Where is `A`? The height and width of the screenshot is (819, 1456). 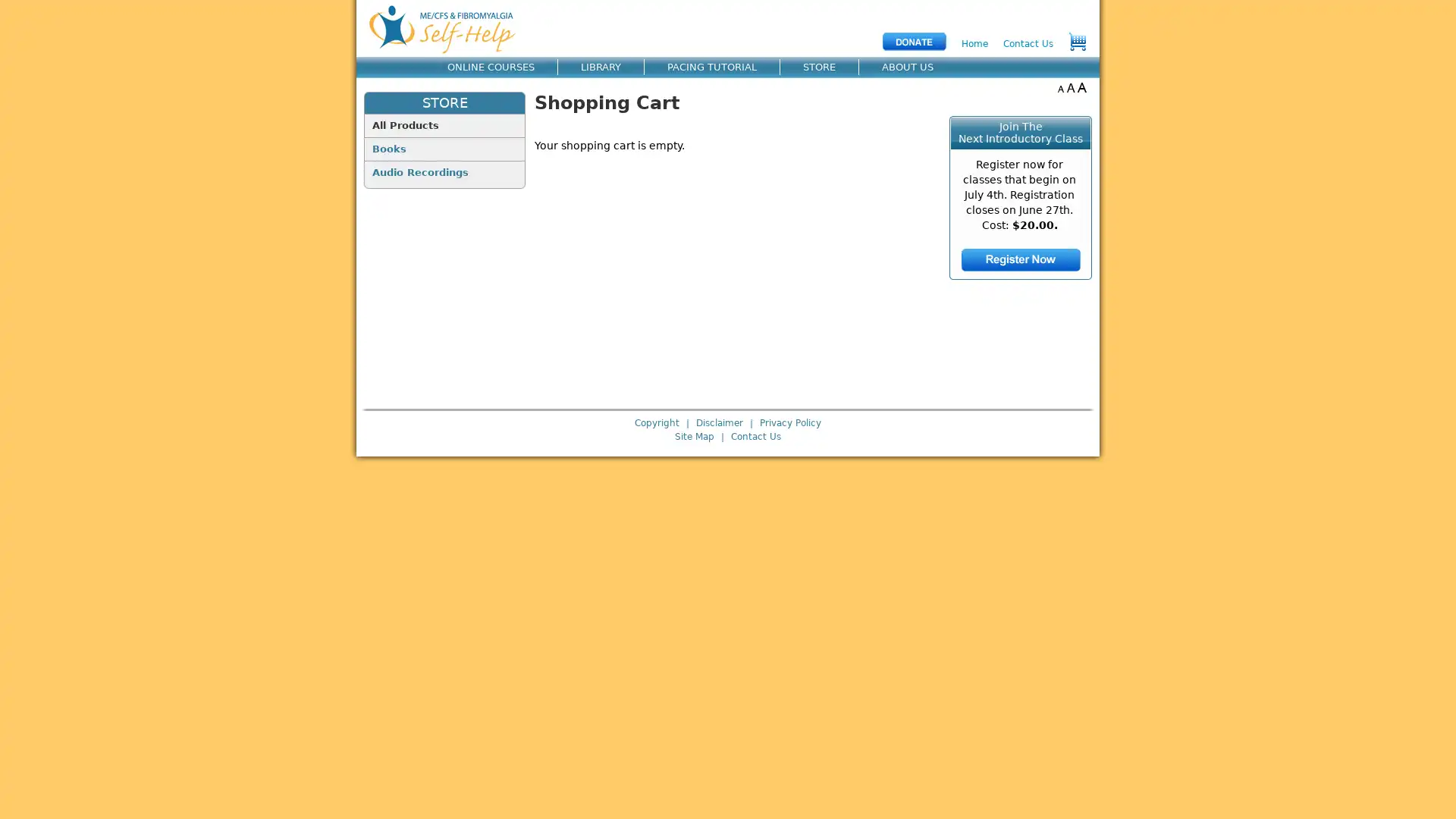 A is located at coordinates (1070, 87).